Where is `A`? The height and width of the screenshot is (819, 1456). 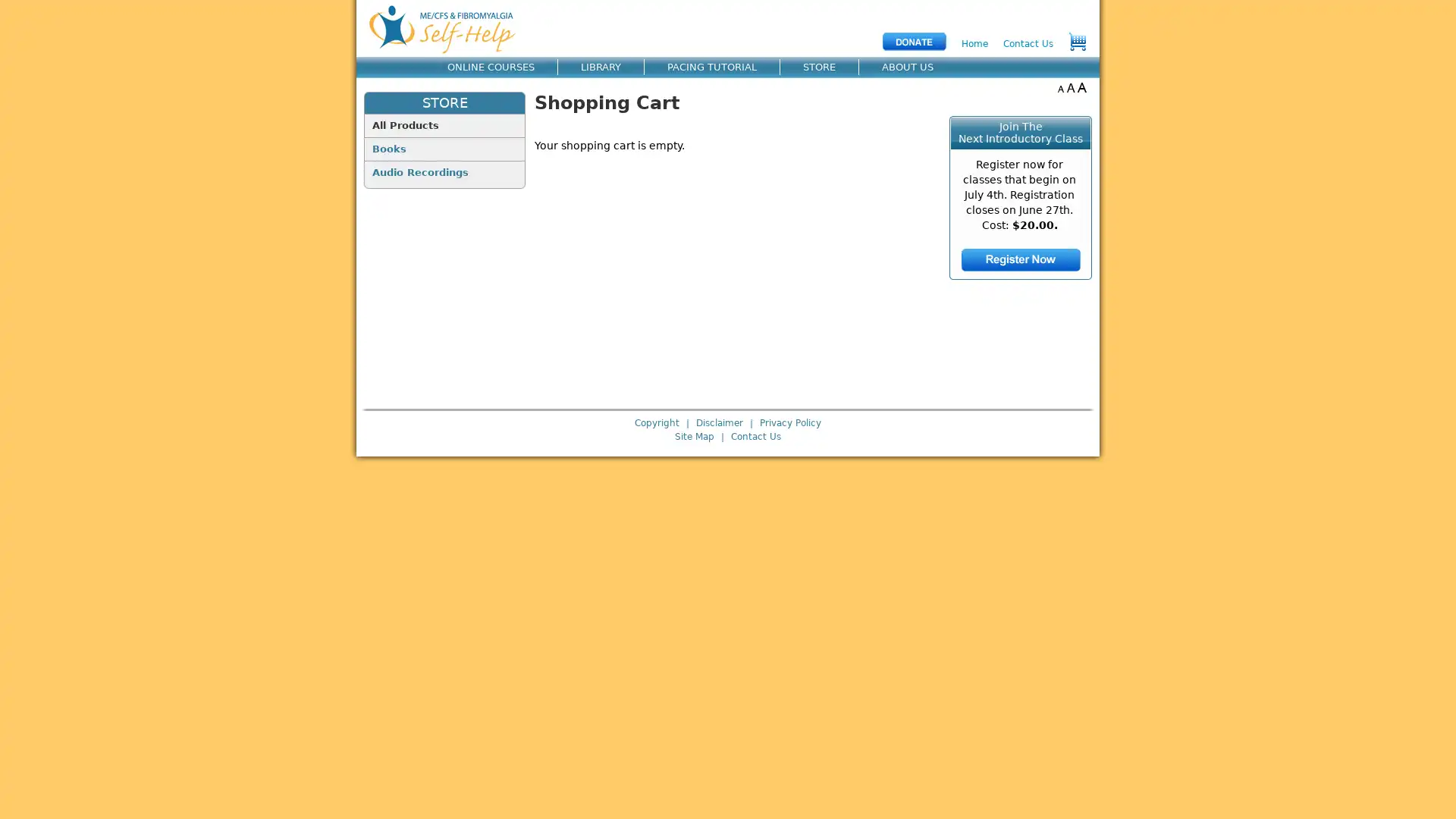 A is located at coordinates (1070, 87).